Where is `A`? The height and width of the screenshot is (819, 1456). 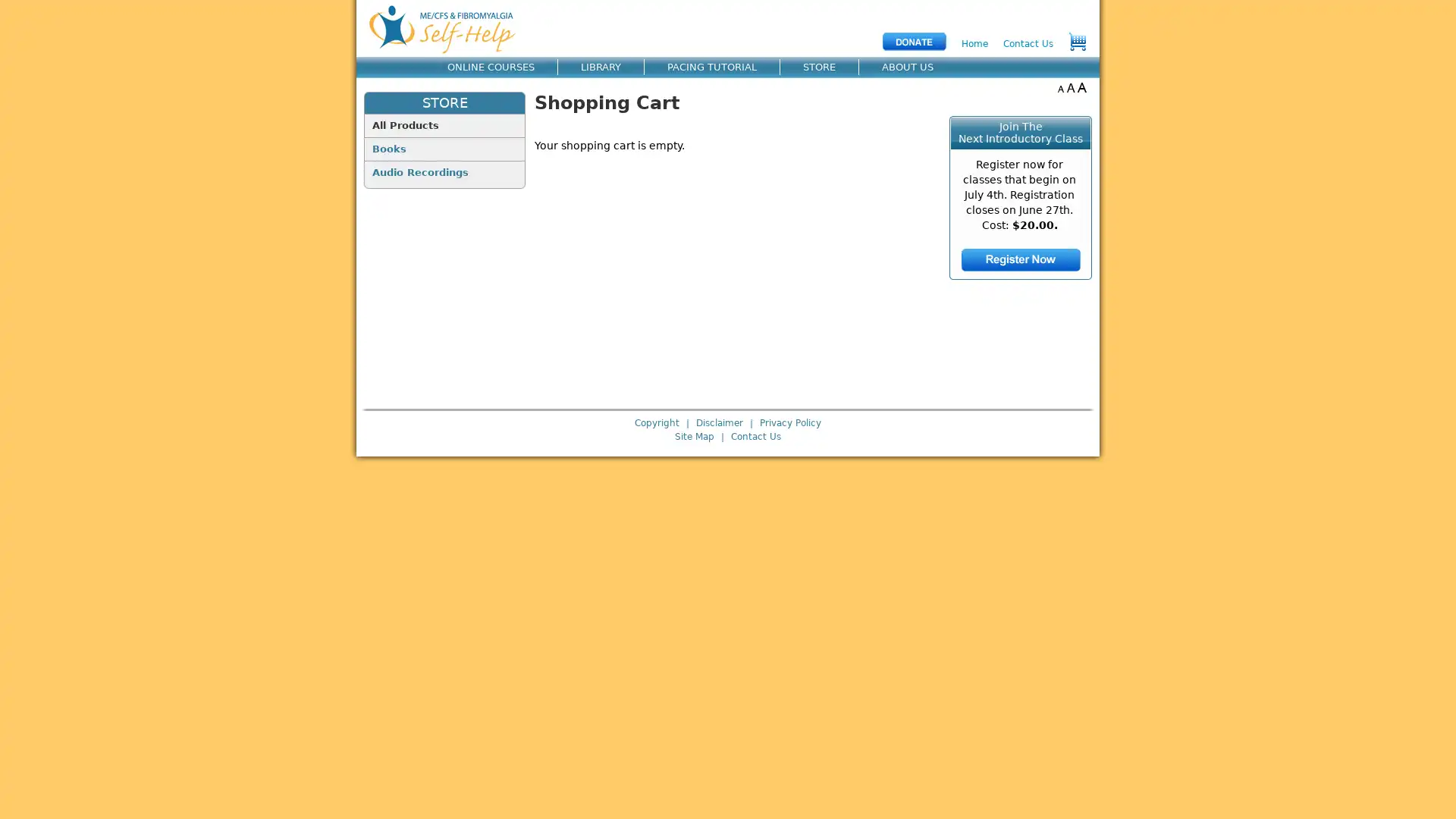 A is located at coordinates (1070, 87).